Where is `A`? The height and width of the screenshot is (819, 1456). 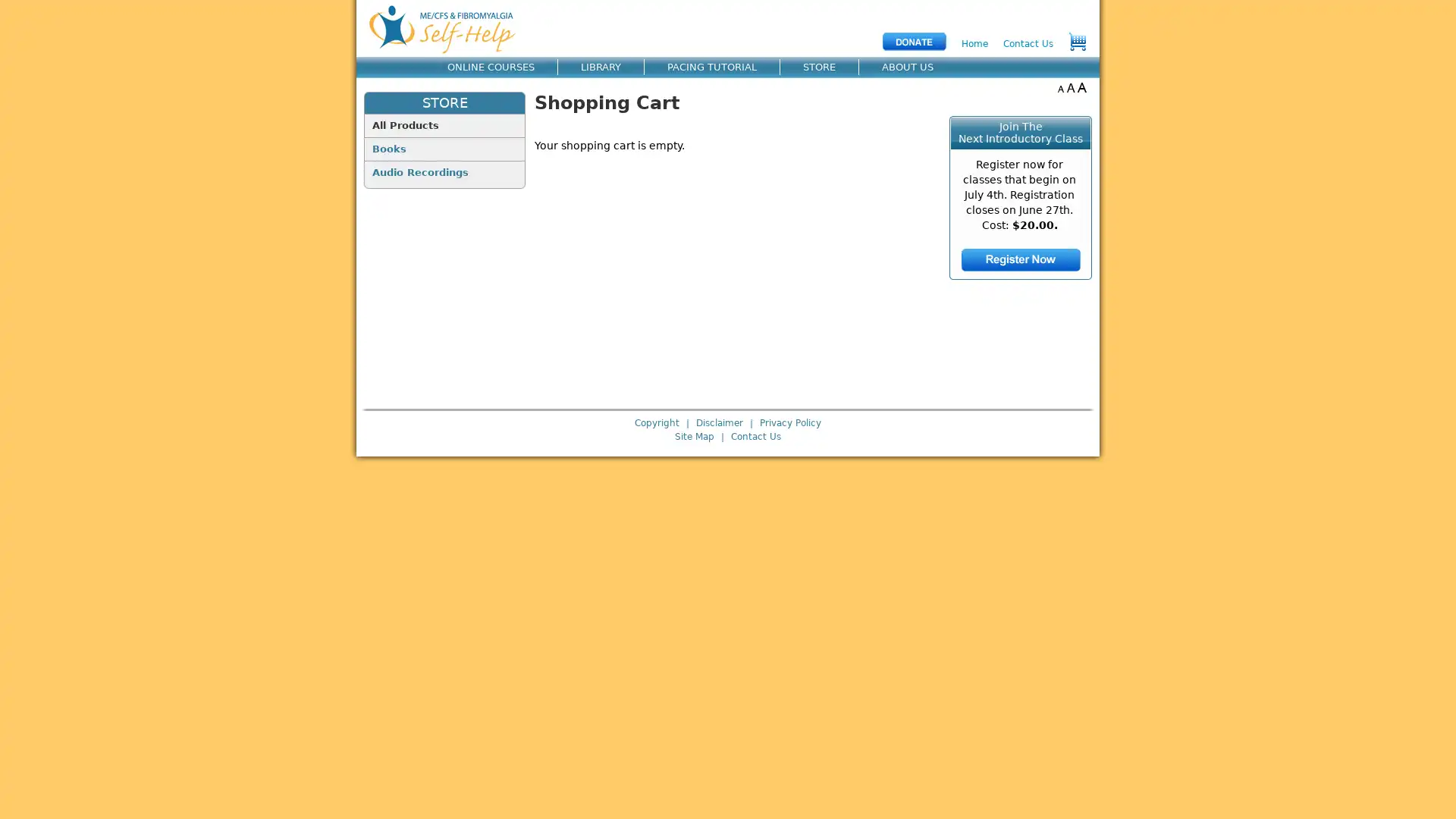 A is located at coordinates (1070, 87).